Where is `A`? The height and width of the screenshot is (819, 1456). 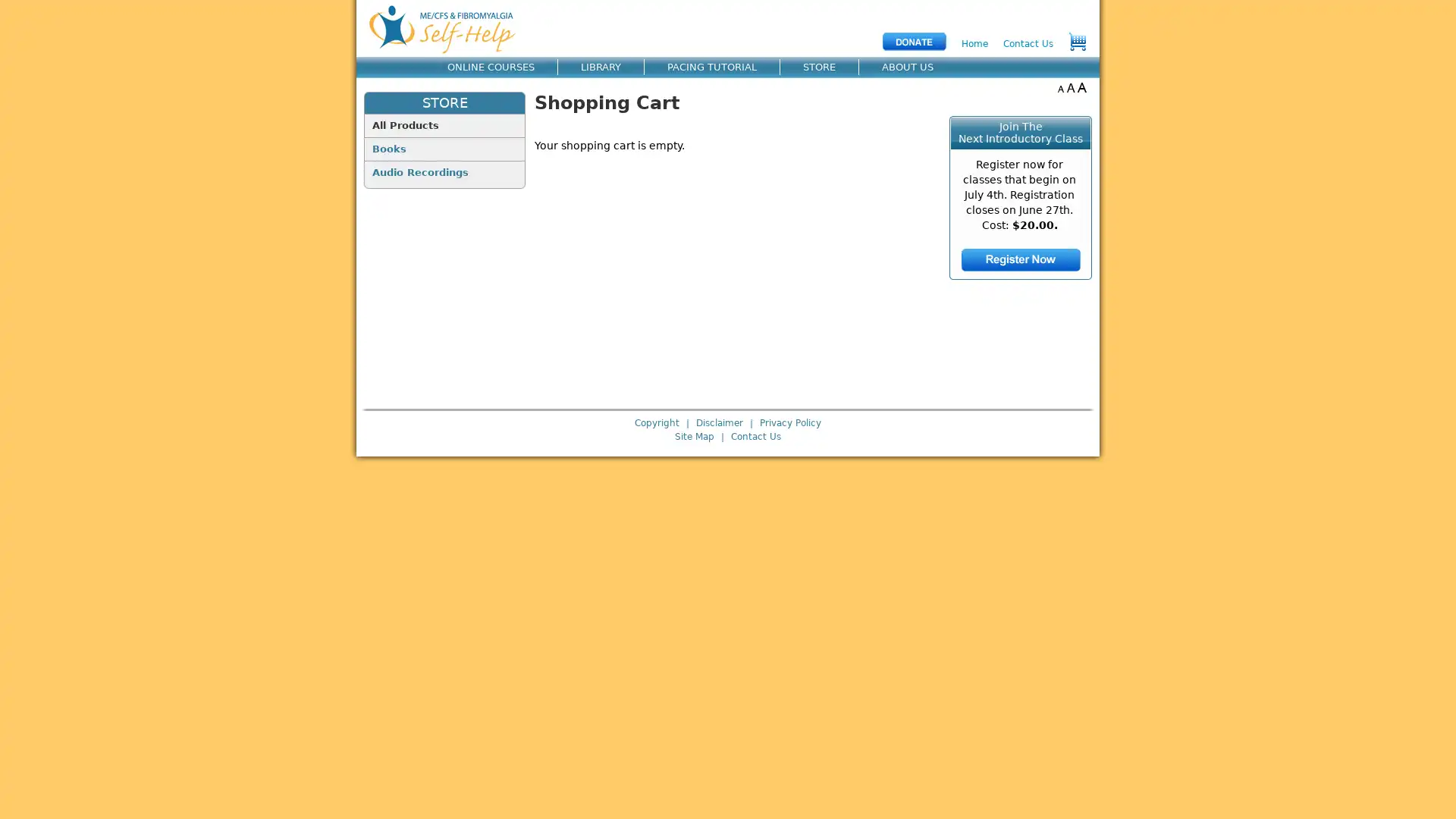 A is located at coordinates (1070, 87).